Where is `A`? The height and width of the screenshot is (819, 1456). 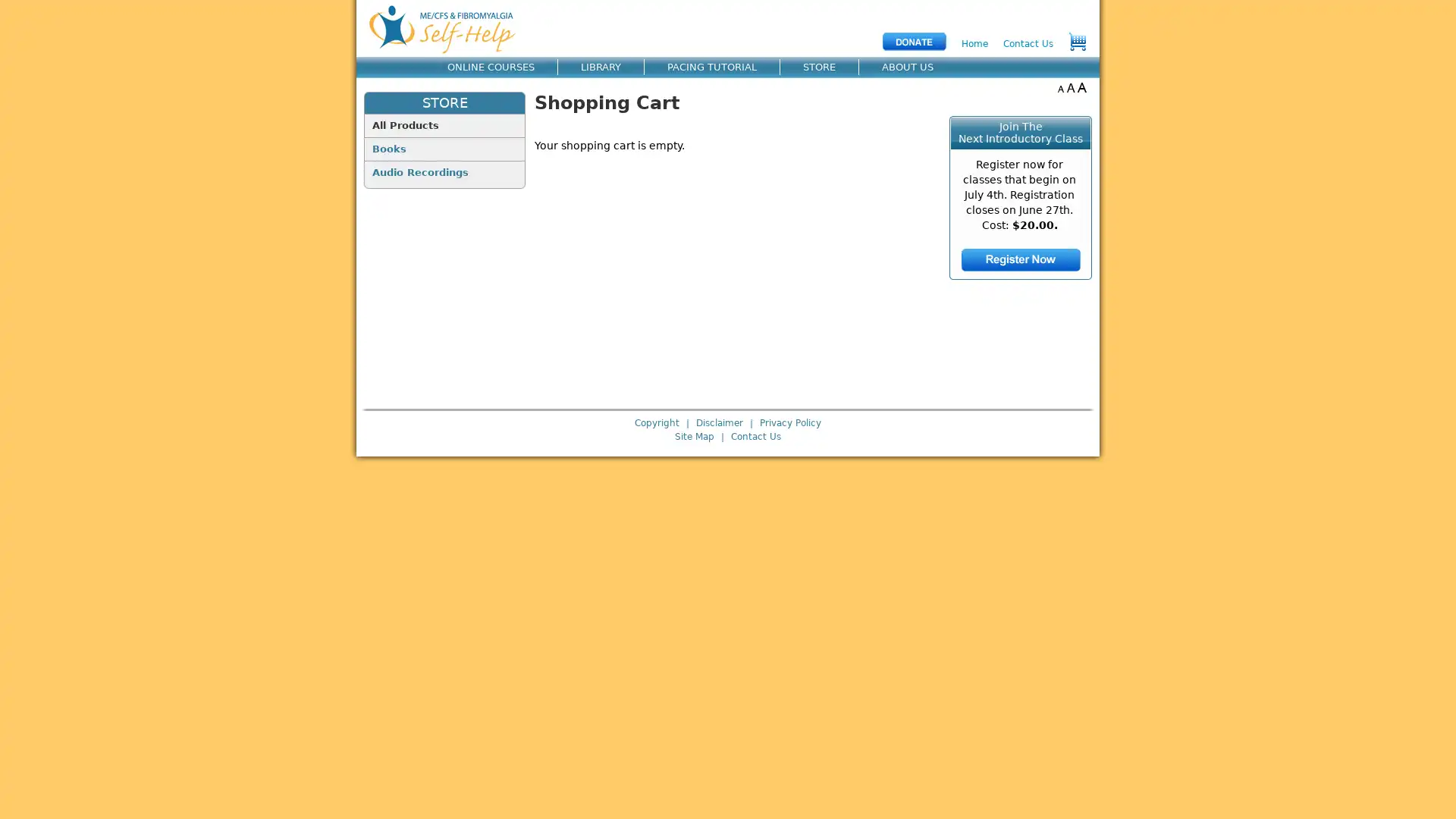 A is located at coordinates (1070, 87).